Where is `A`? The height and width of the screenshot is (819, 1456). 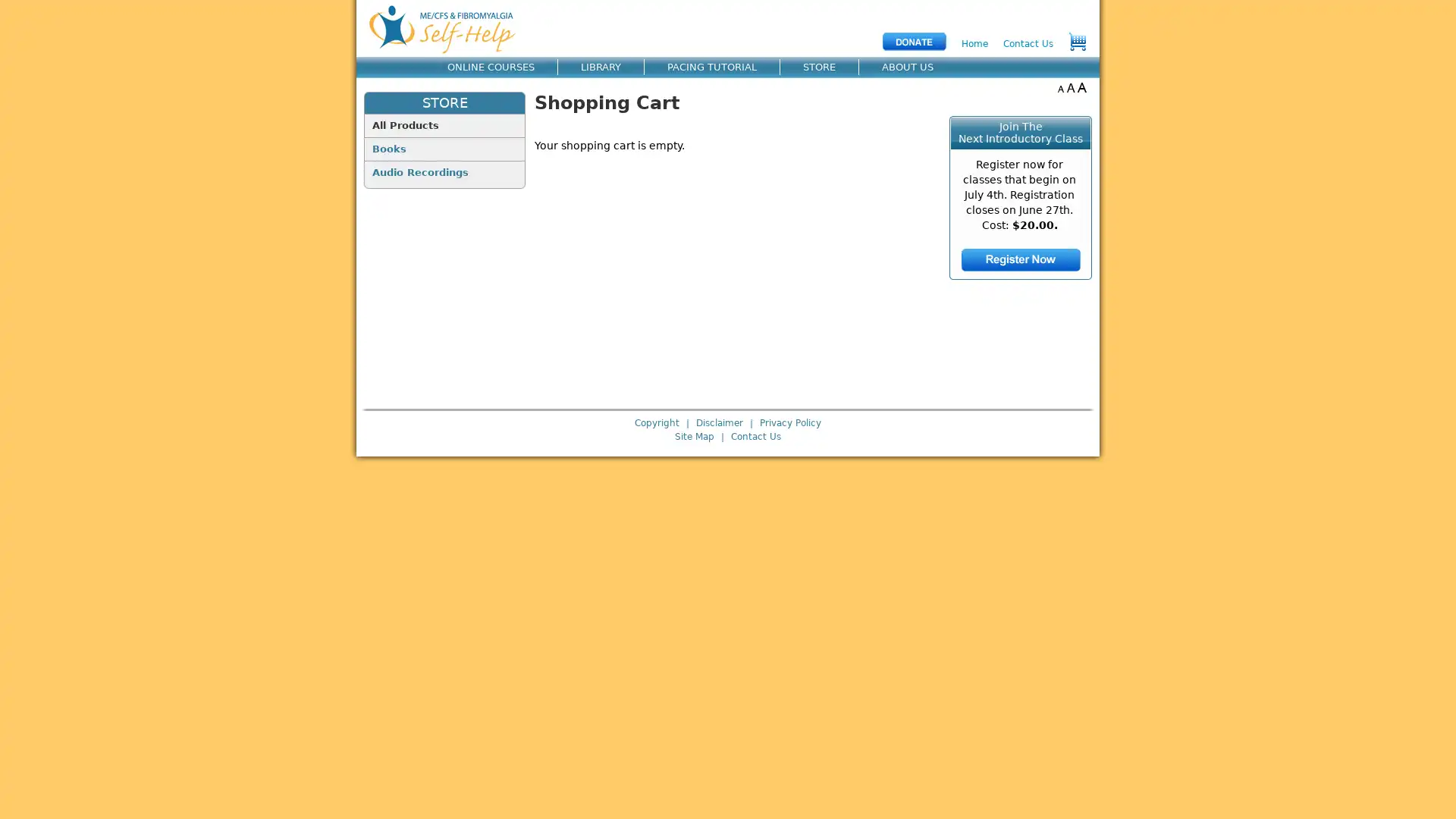 A is located at coordinates (1070, 87).